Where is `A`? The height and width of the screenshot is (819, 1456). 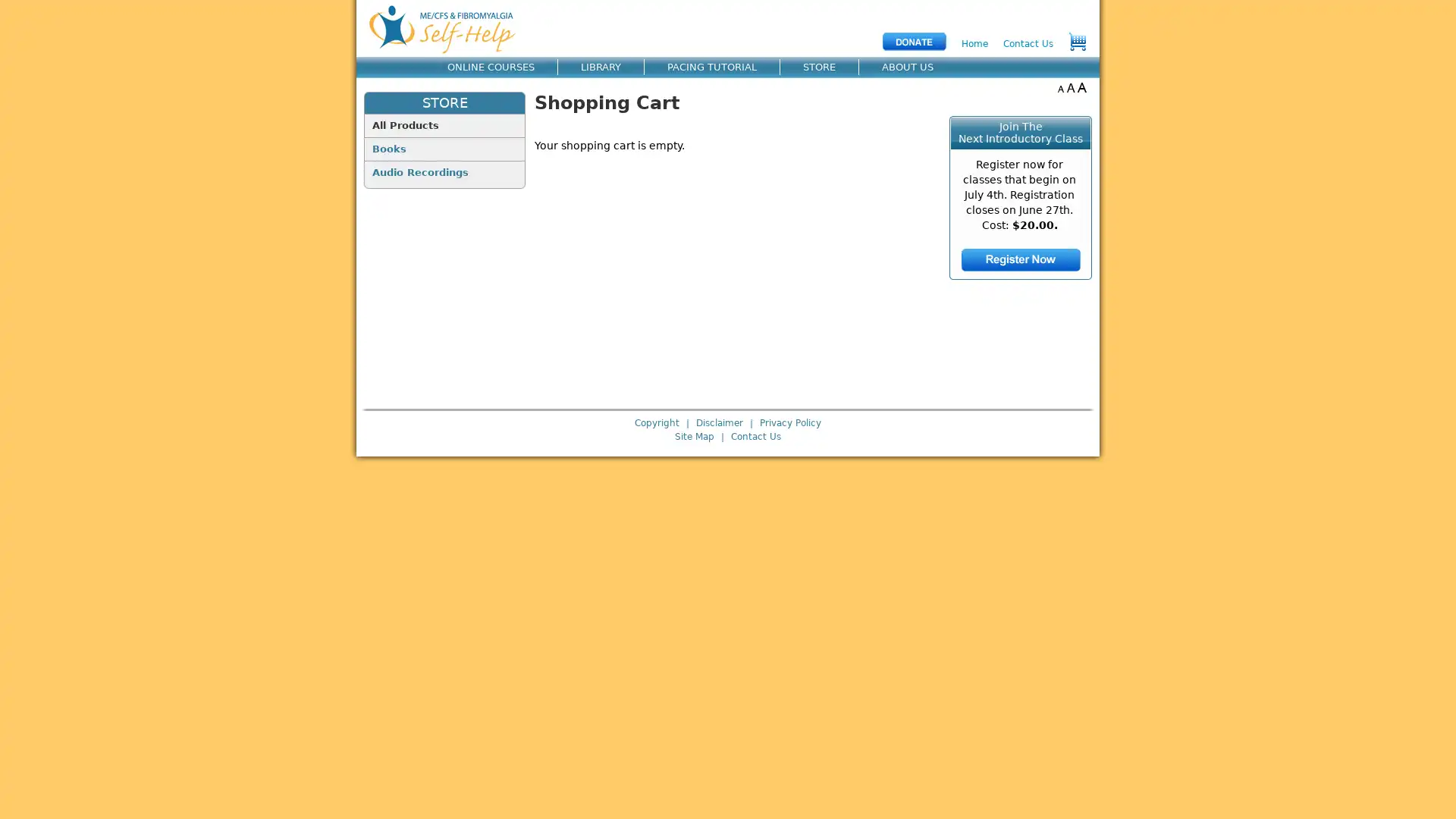 A is located at coordinates (1070, 87).